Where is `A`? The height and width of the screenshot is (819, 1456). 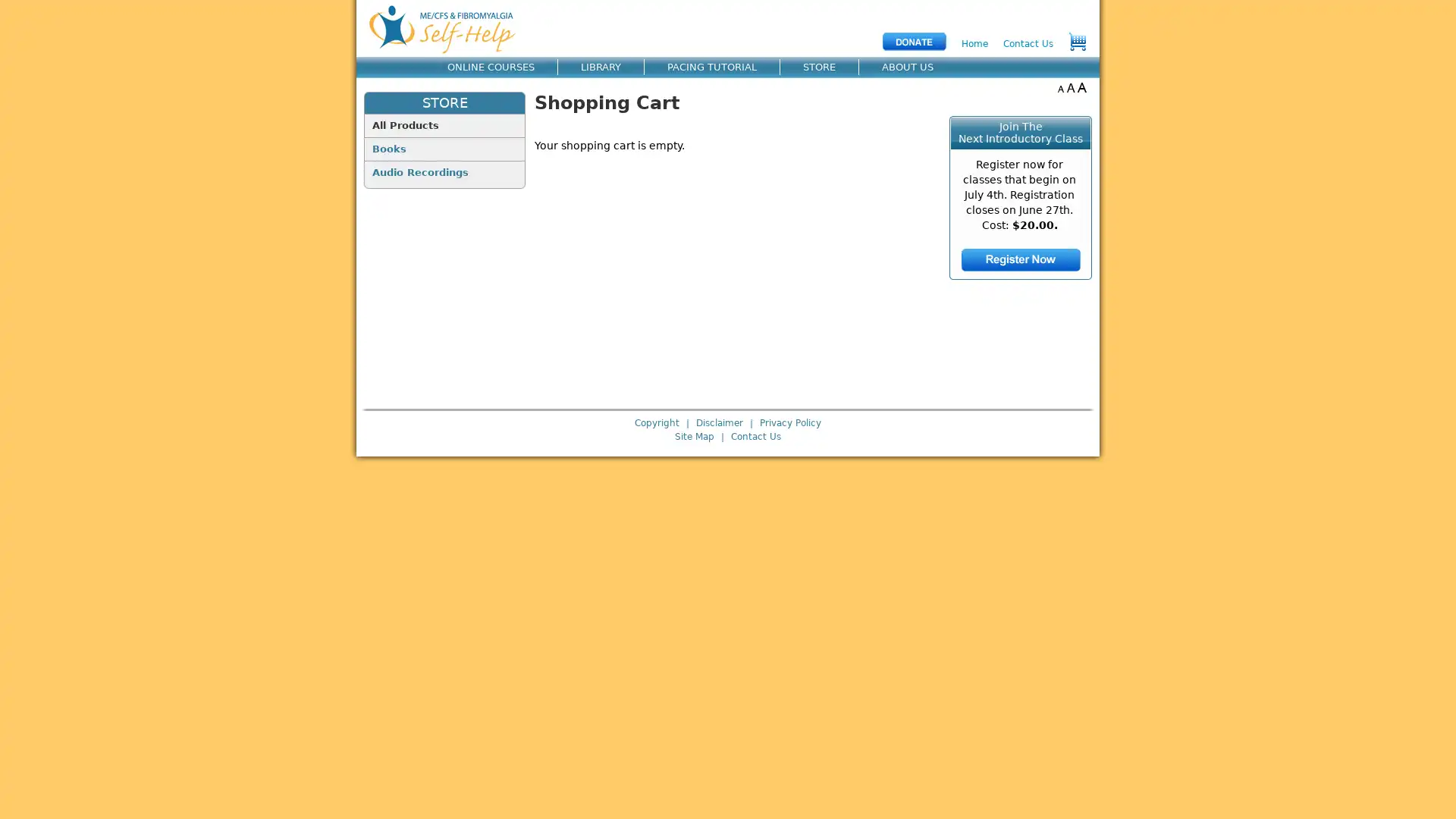 A is located at coordinates (1070, 87).